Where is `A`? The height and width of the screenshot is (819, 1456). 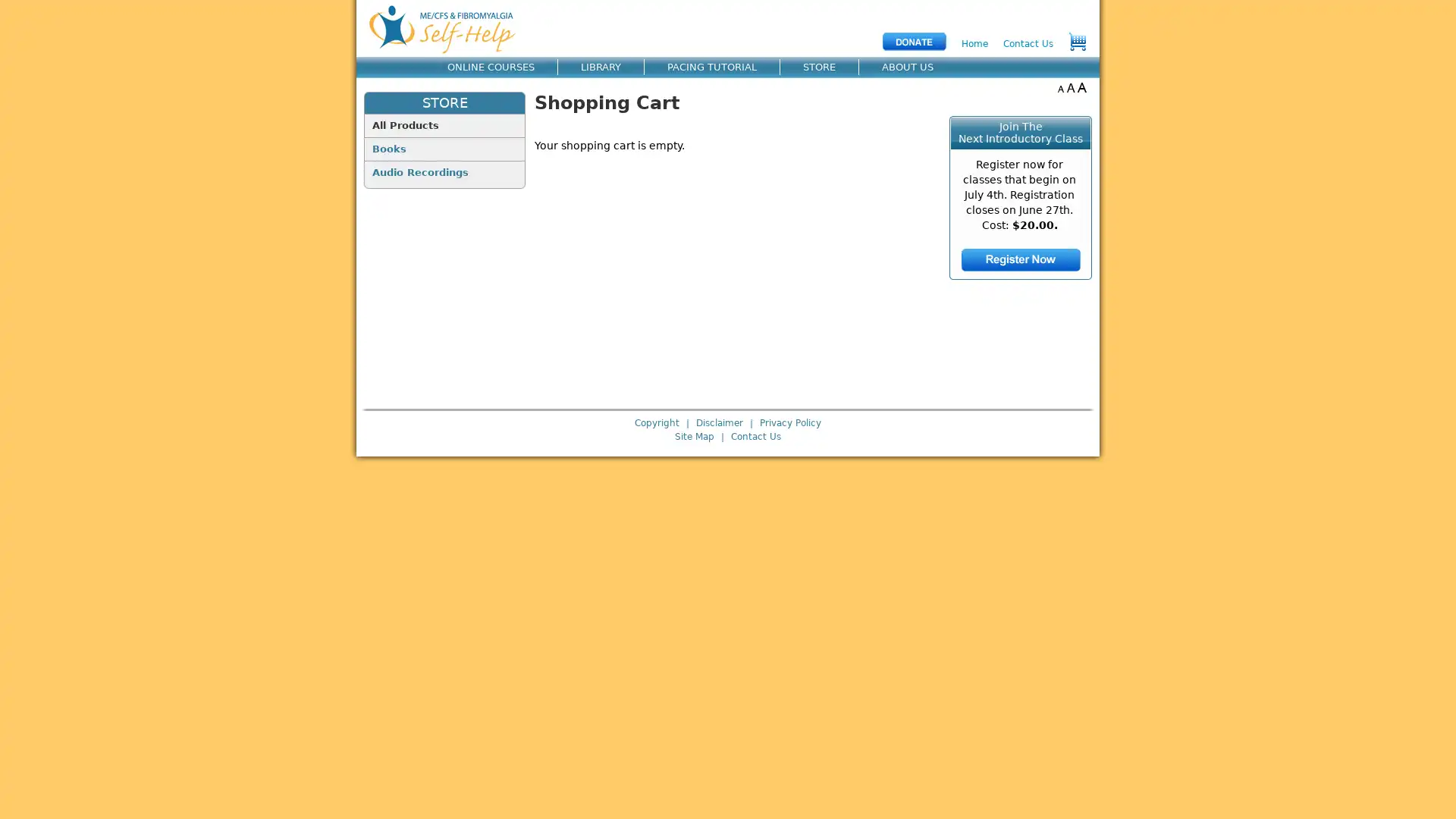 A is located at coordinates (1070, 87).